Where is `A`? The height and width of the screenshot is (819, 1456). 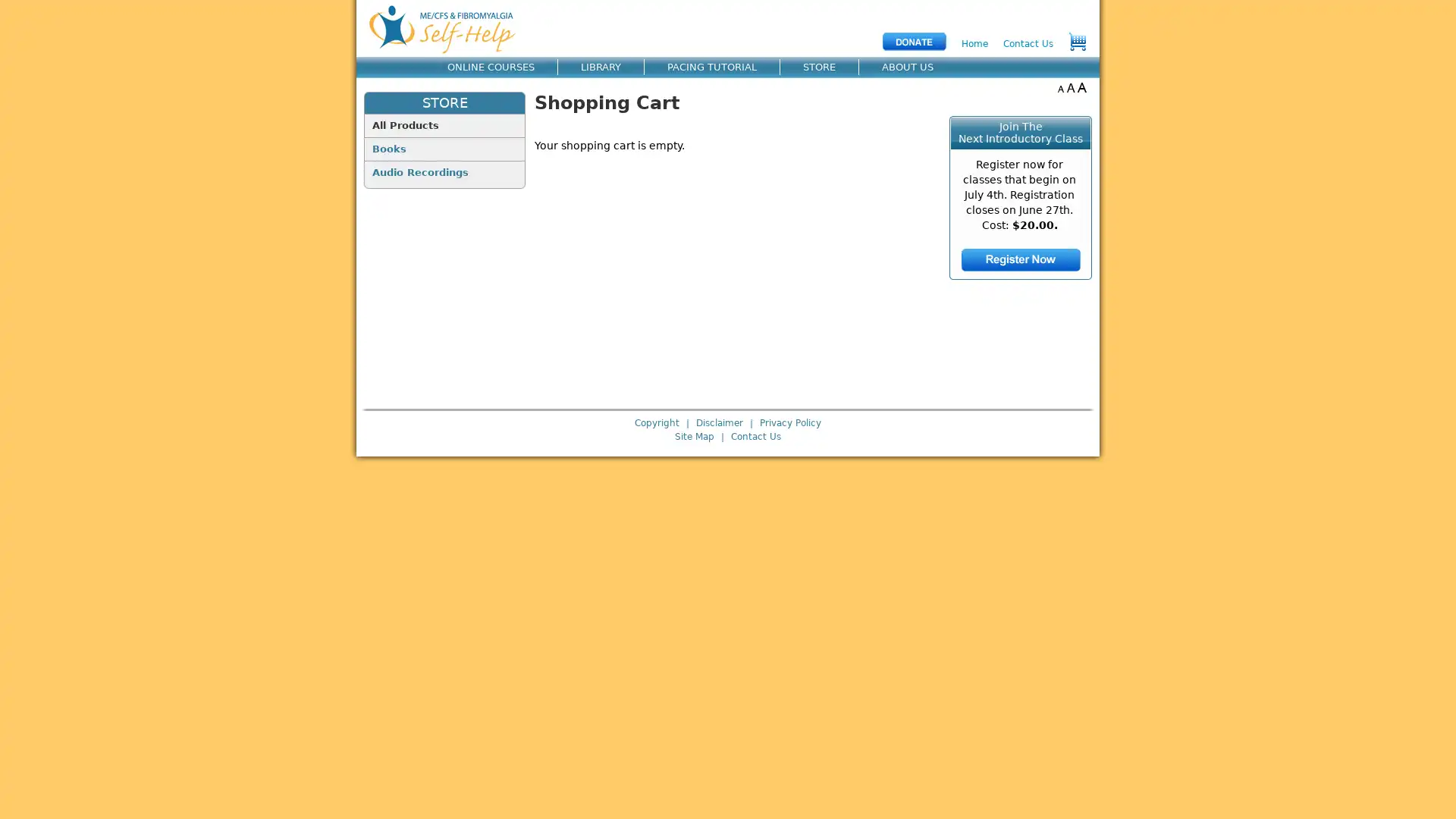 A is located at coordinates (1070, 87).